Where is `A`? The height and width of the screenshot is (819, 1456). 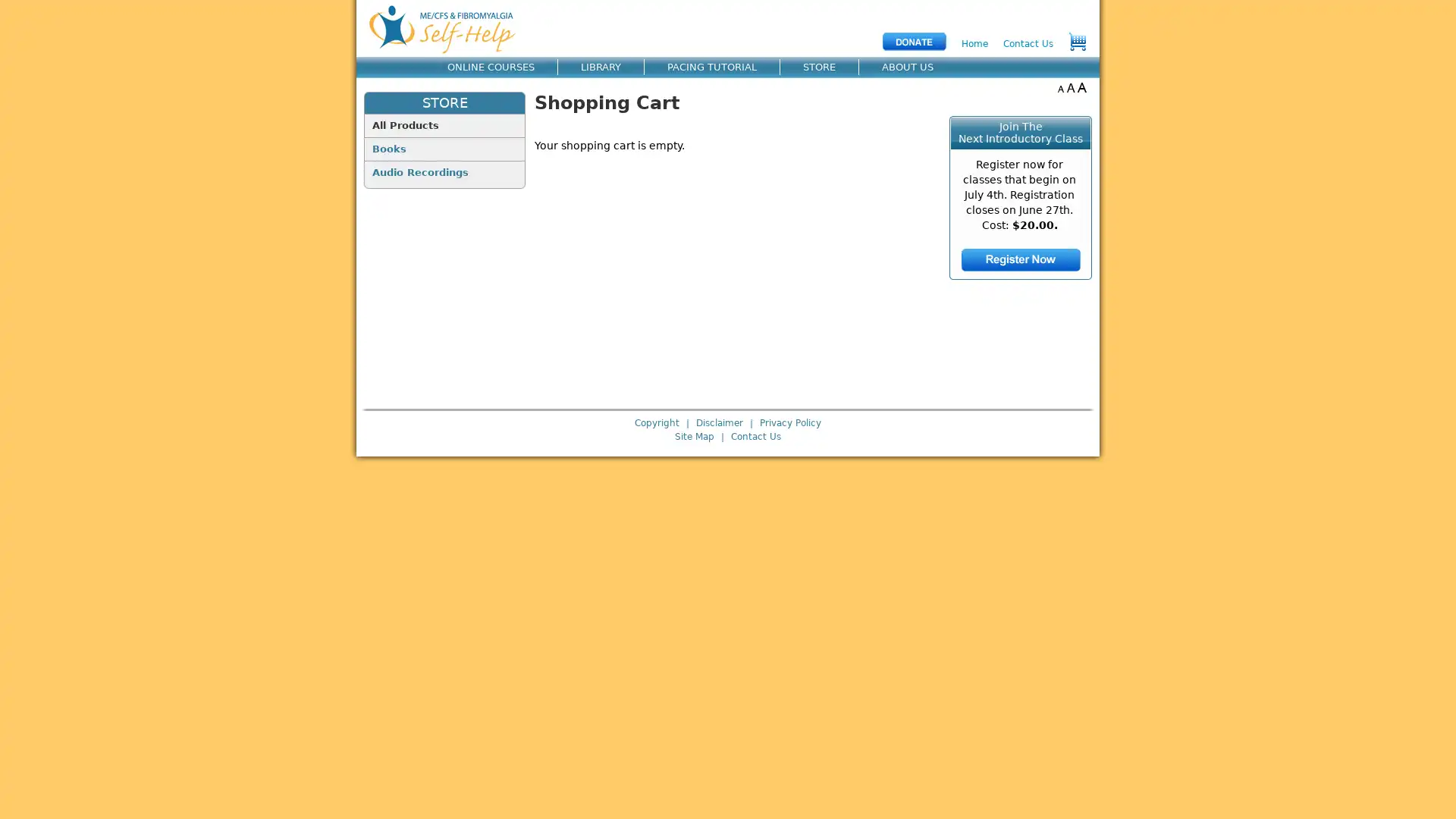 A is located at coordinates (1070, 87).